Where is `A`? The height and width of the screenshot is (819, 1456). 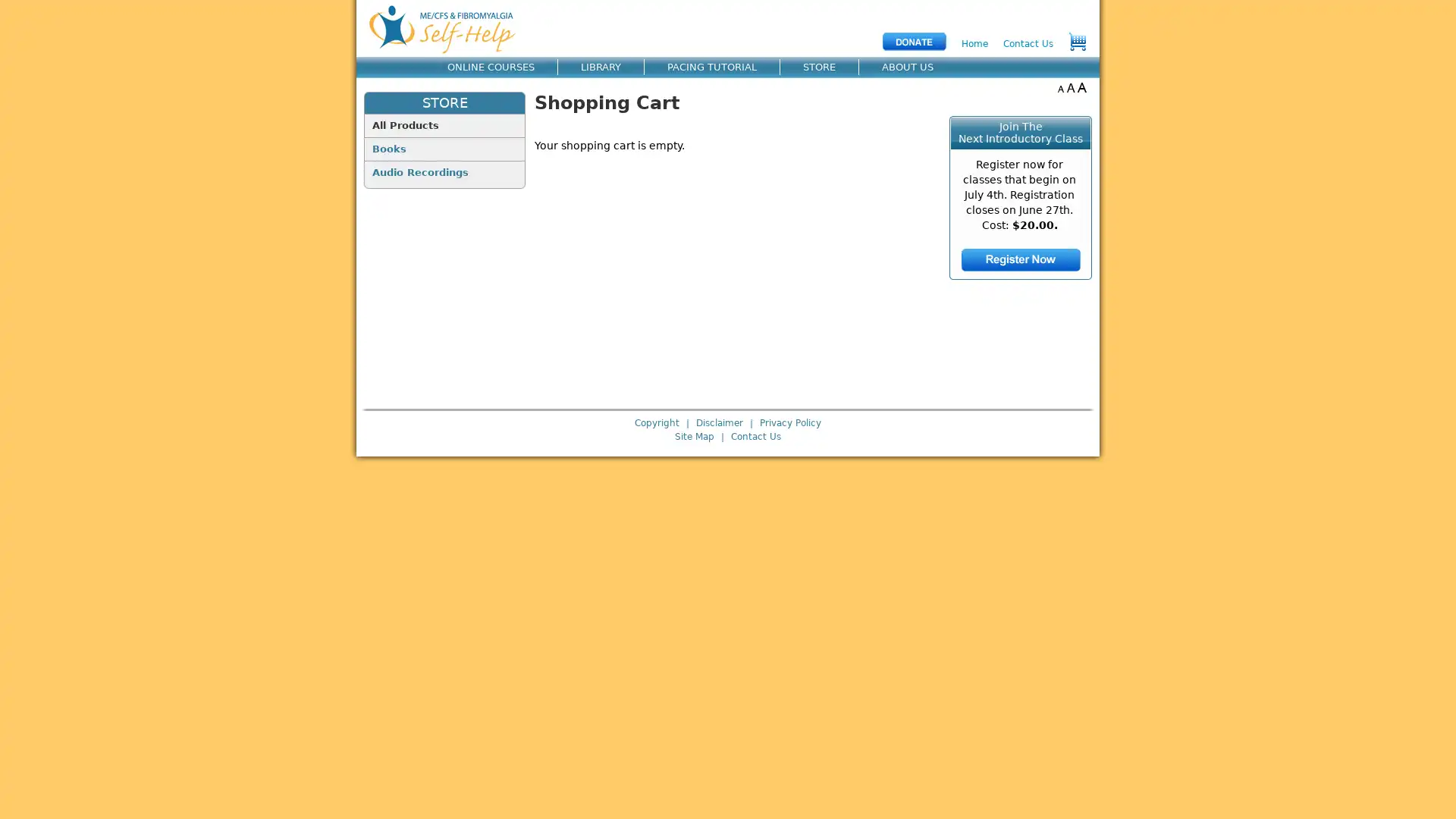 A is located at coordinates (1070, 87).